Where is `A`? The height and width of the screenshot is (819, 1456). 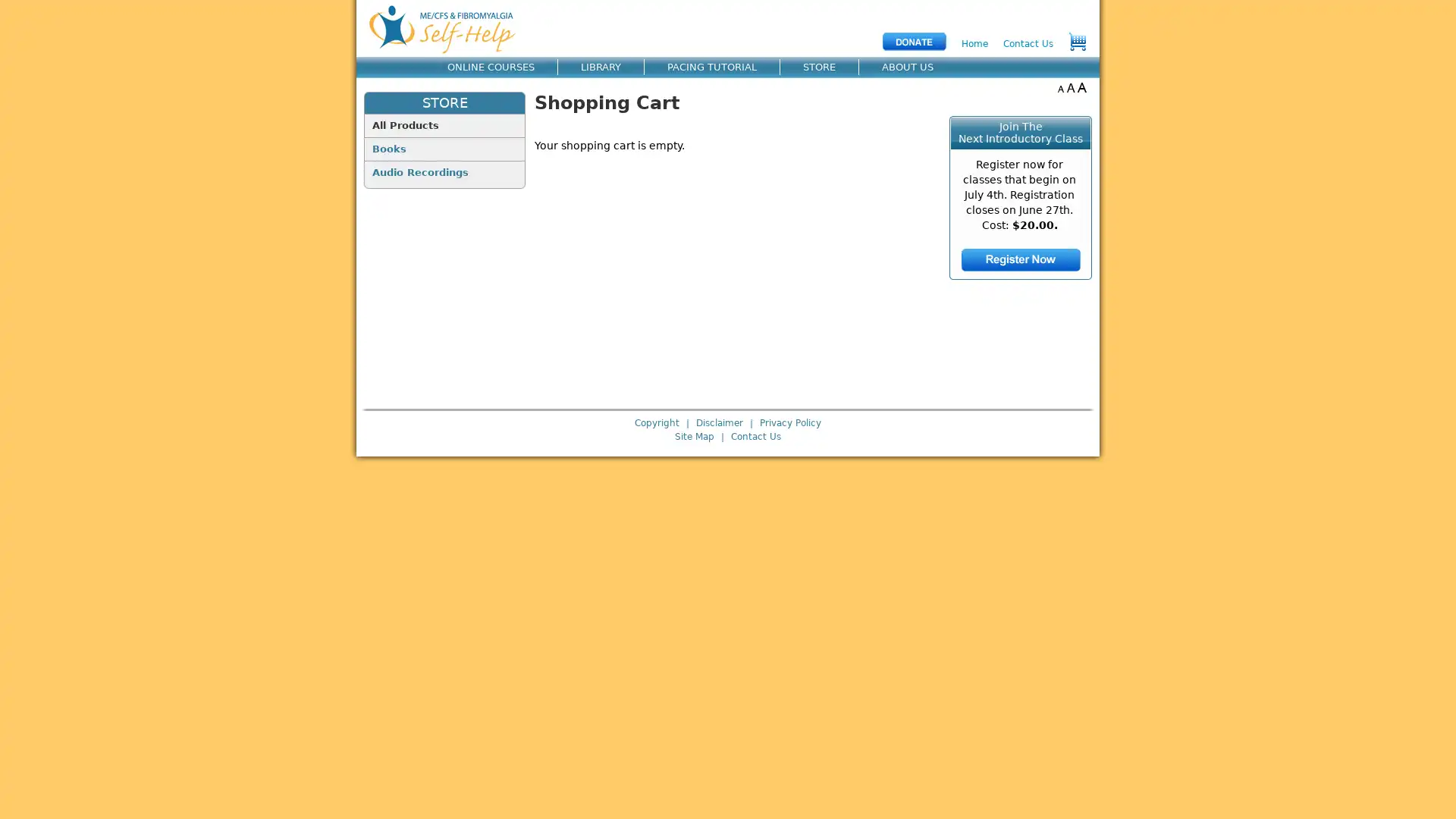 A is located at coordinates (1070, 87).